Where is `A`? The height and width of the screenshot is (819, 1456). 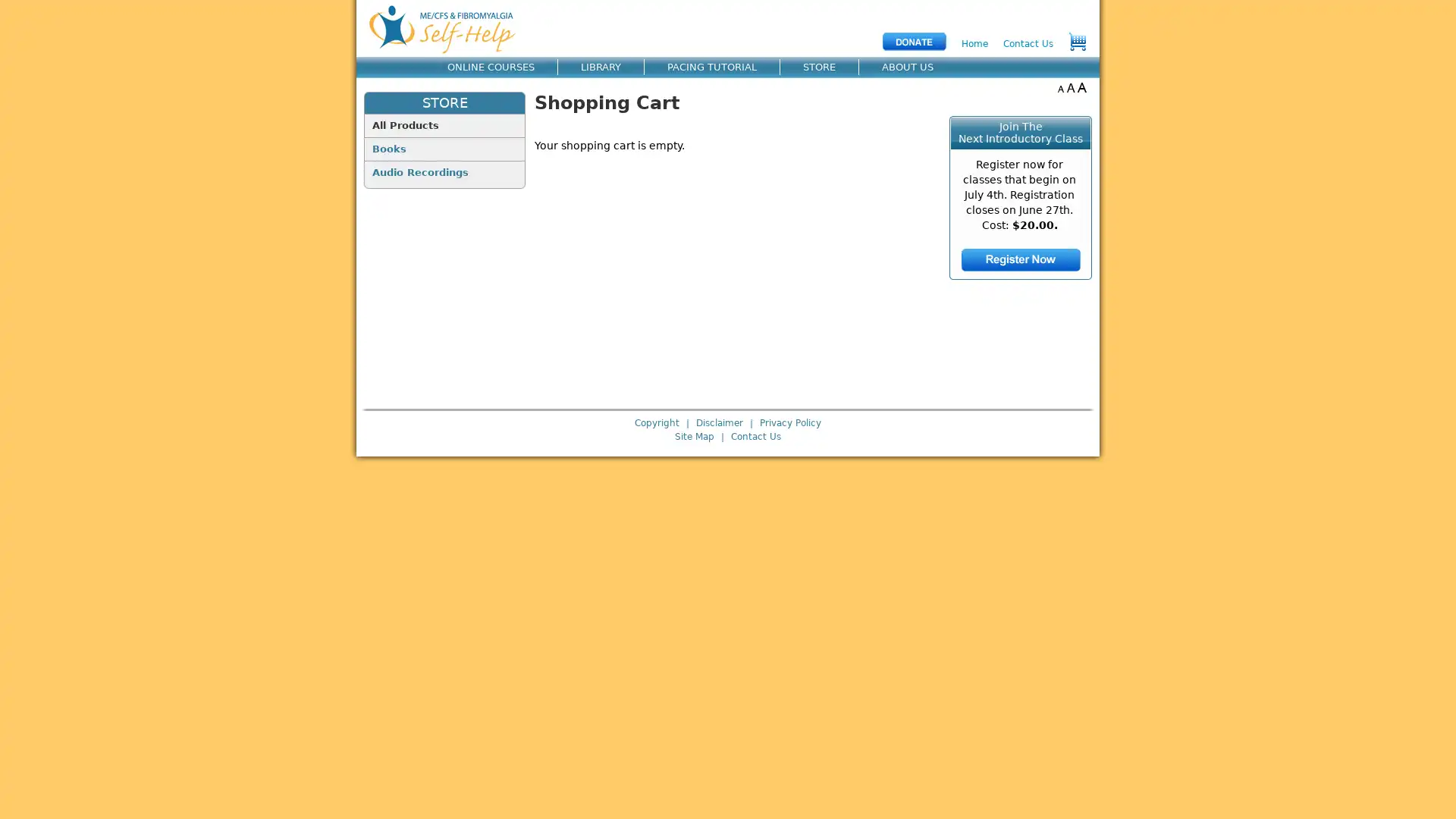 A is located at coordinates (1070, 87).